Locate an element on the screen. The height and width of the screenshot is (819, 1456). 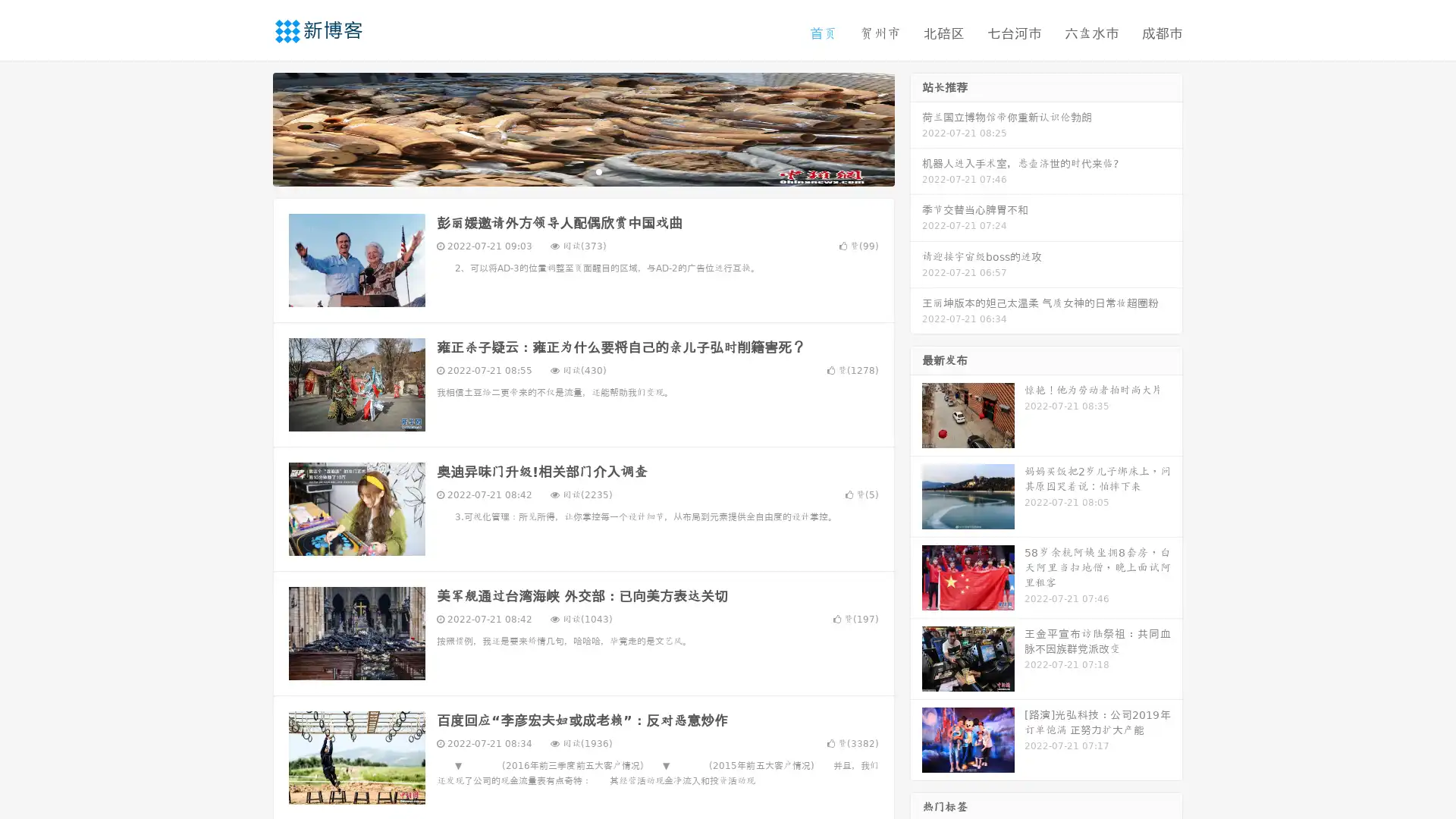
Go to slide 3 is located at coordinates (598, 171).